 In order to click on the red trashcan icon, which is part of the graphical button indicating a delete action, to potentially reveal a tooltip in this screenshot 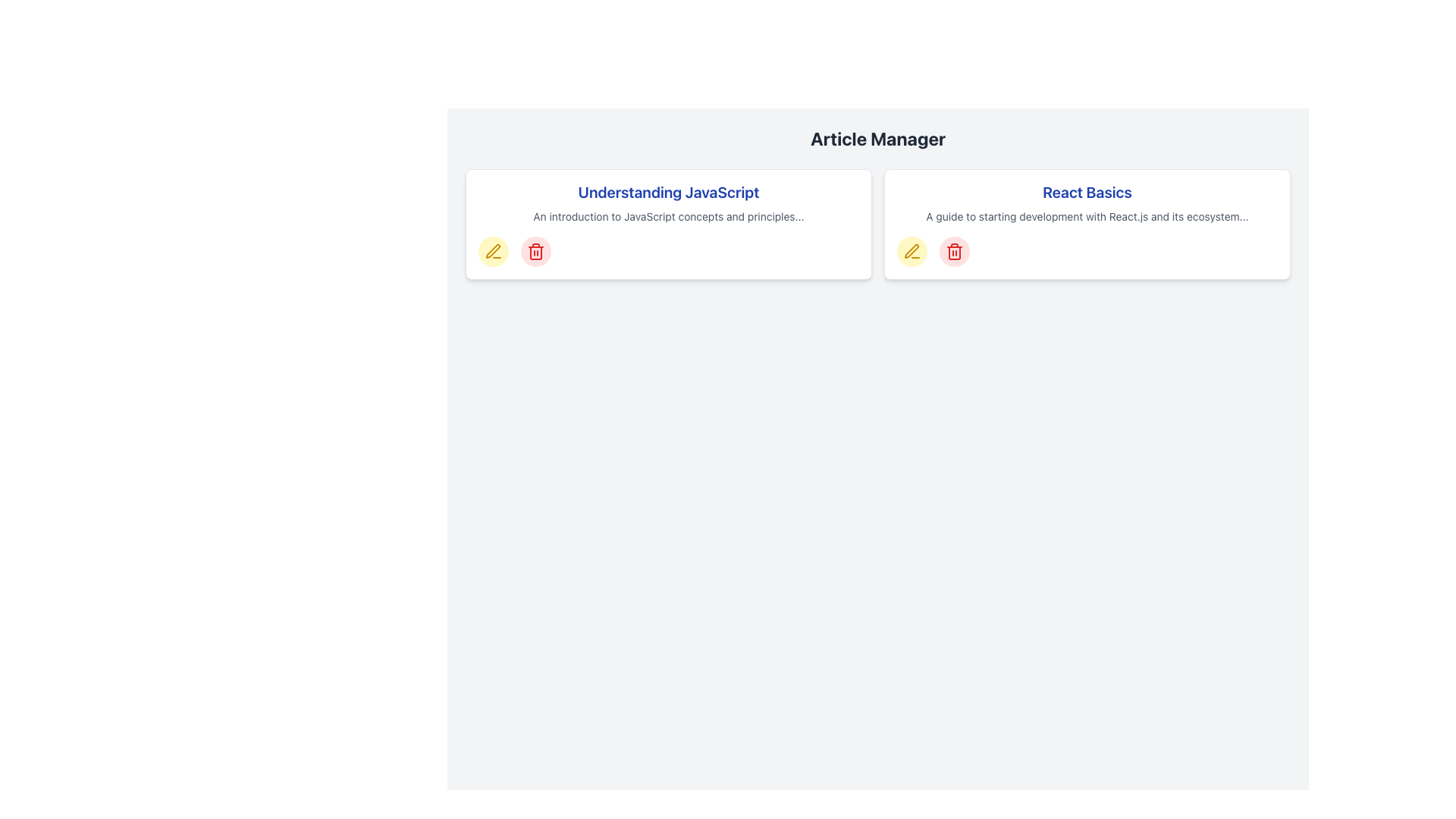, I will do `click(535, 253)`.